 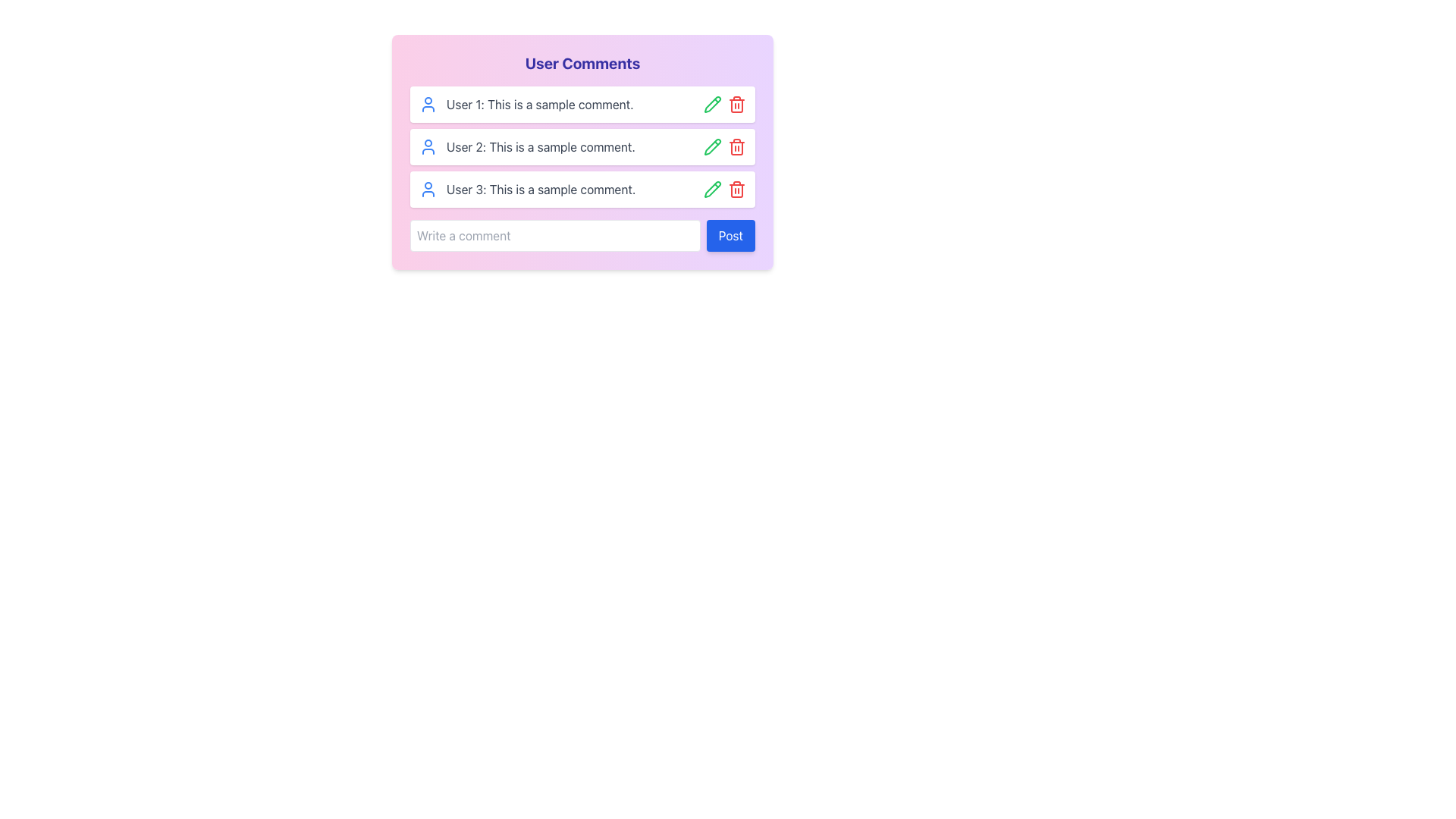 I want to click on the first green pencil icon button on the right side of the row for 'User 1: This is a sample comment' to initiate editing, so click(x=712, y=104).